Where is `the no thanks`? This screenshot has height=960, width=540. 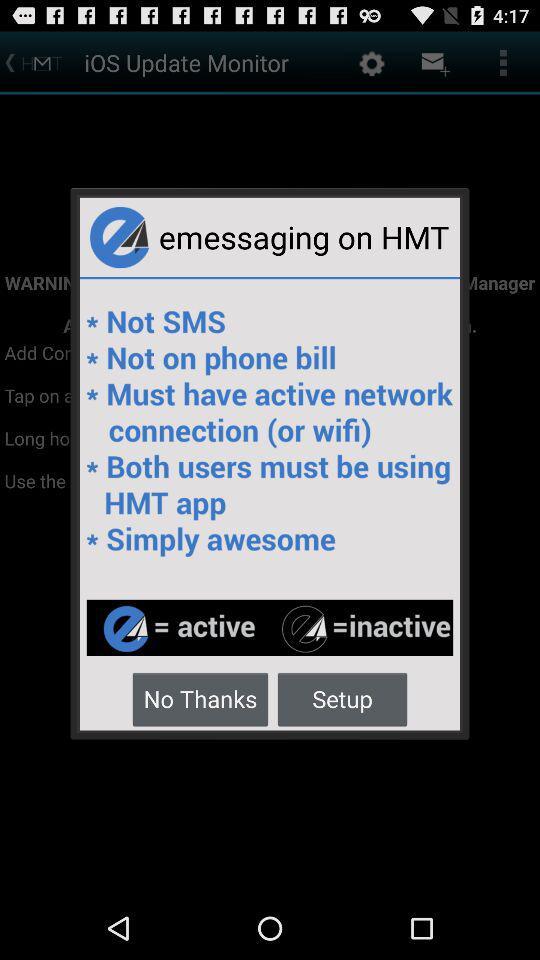 the no thanks is located at coordinates (200, 698).